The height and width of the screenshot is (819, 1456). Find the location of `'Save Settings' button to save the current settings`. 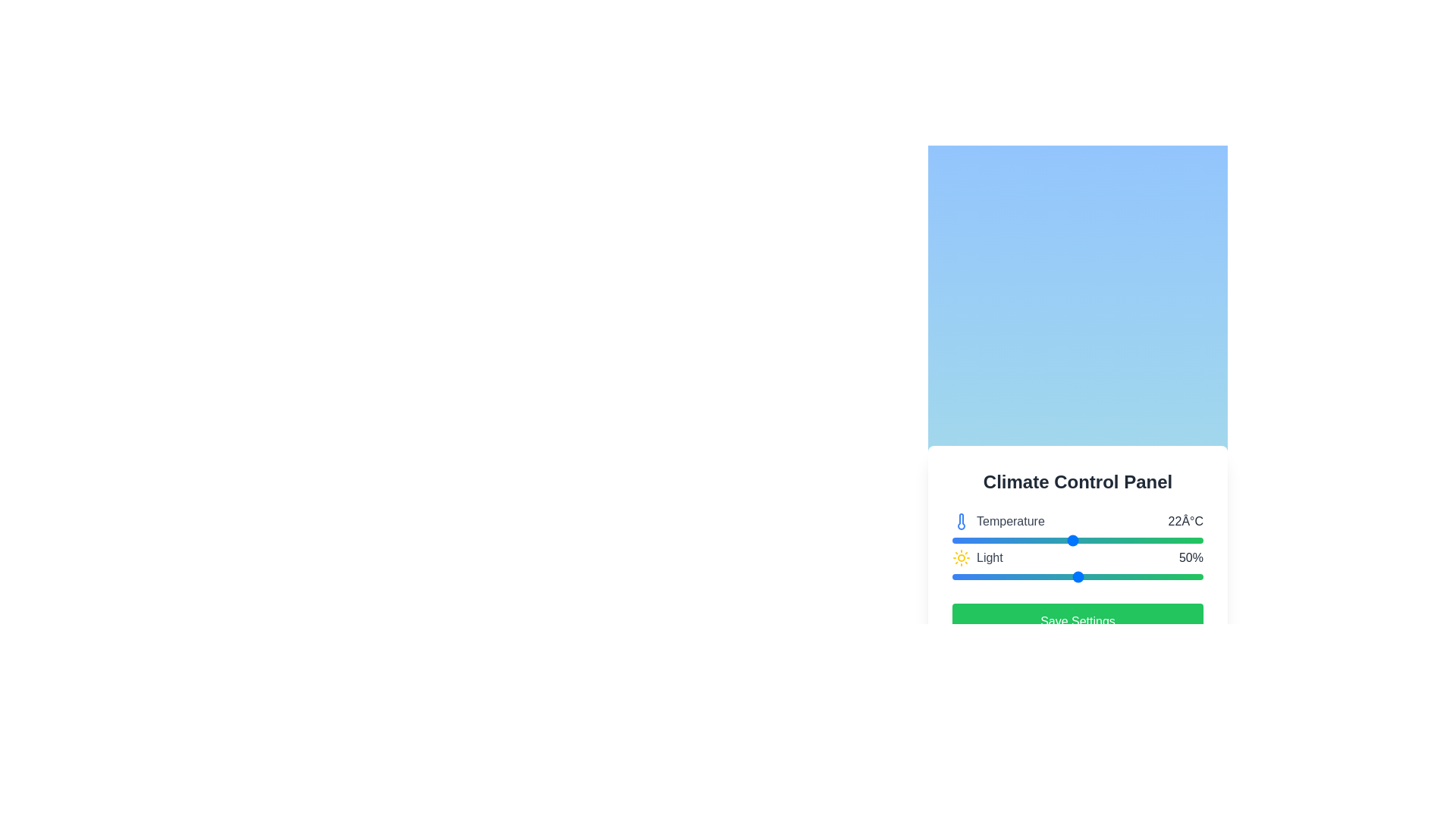

'Save Settings' button to save the current settings is located at coordinates (1077, 622).